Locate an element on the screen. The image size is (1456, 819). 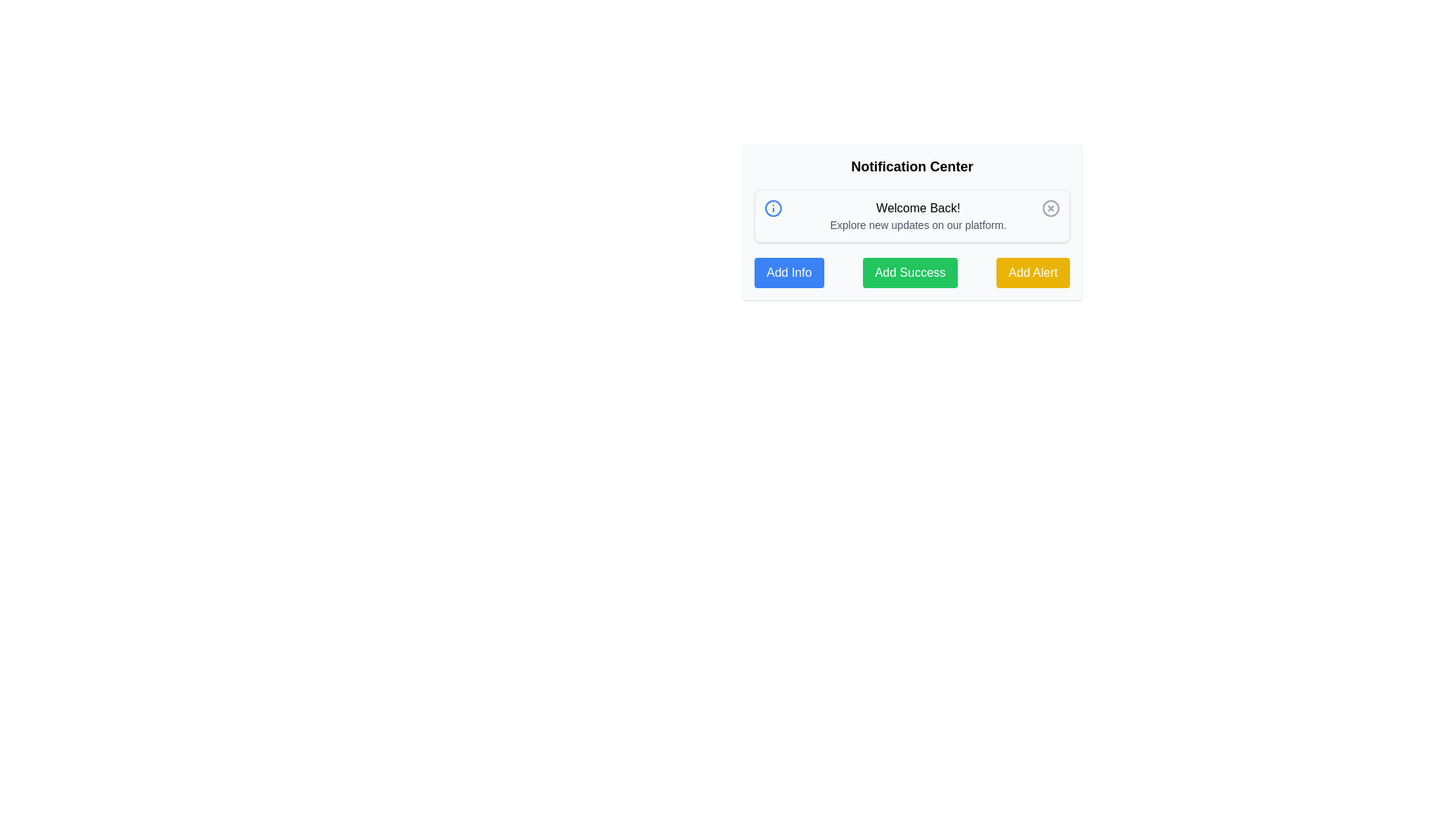
the 'Notification Center' header text area by moving the mouse cursor to its center position is located at coordinates (912, 166).